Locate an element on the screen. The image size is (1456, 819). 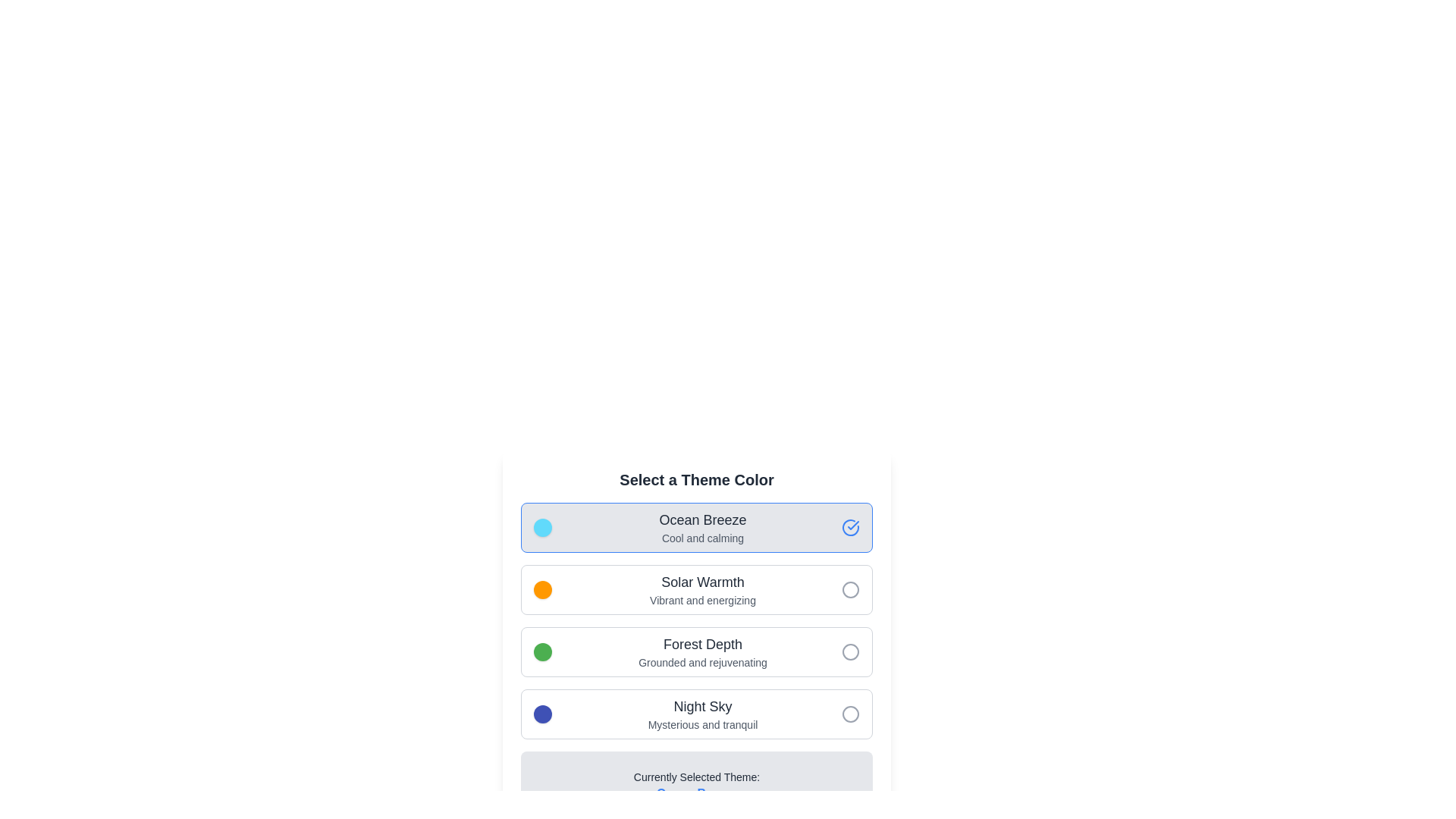
the static text label containing the text 'Grounded and rejuvenating', which is located below the 'Forest Depth' title in the theme options list is located at coordinates (701, 662).